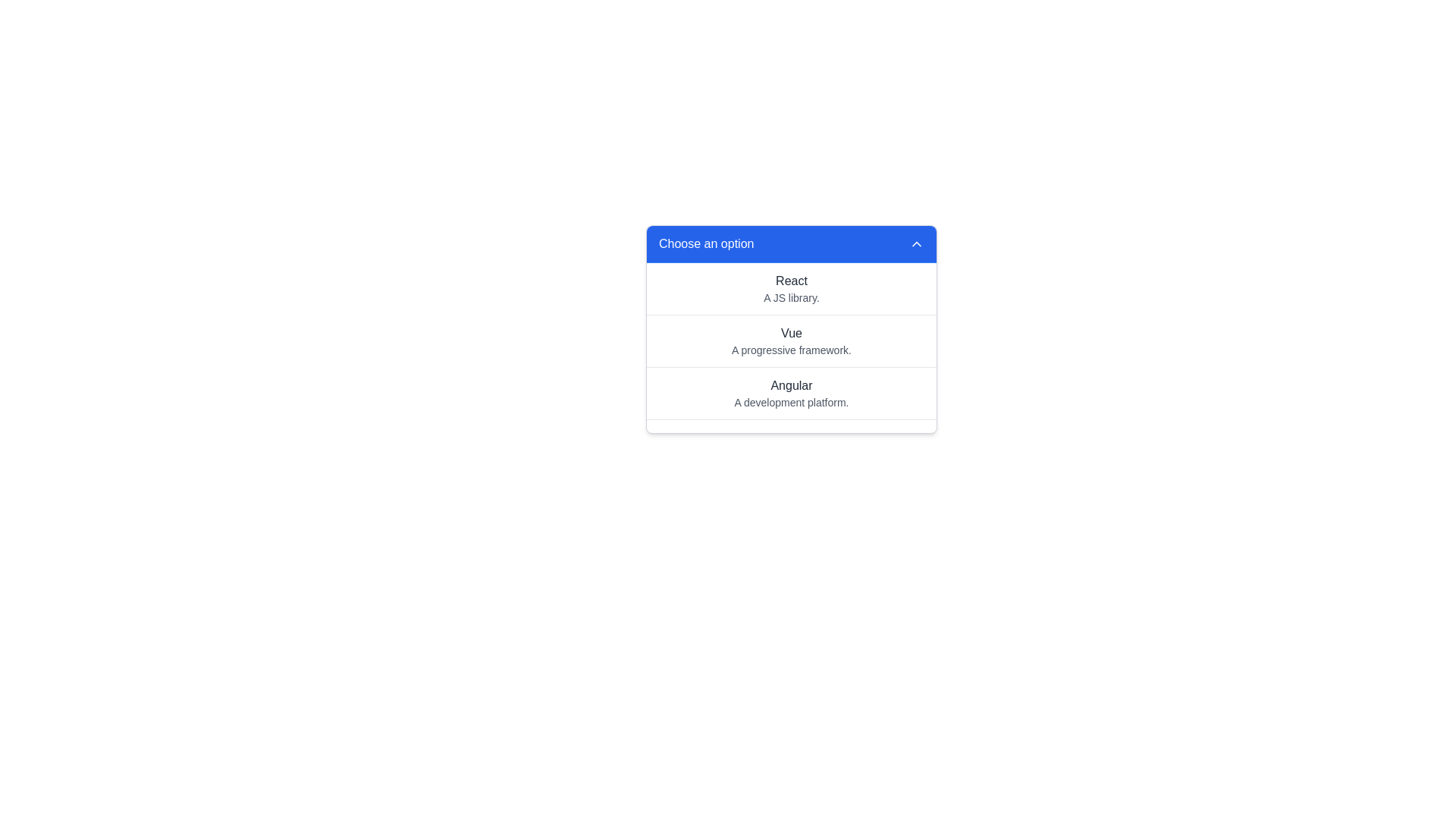  Describe the element at coordinates (790, 332) in the screenshot. I see `the 'Vue' text label located at the top of the middle section of the dropdown menu, which serves as the heading for the corresponding menu item` at that location.